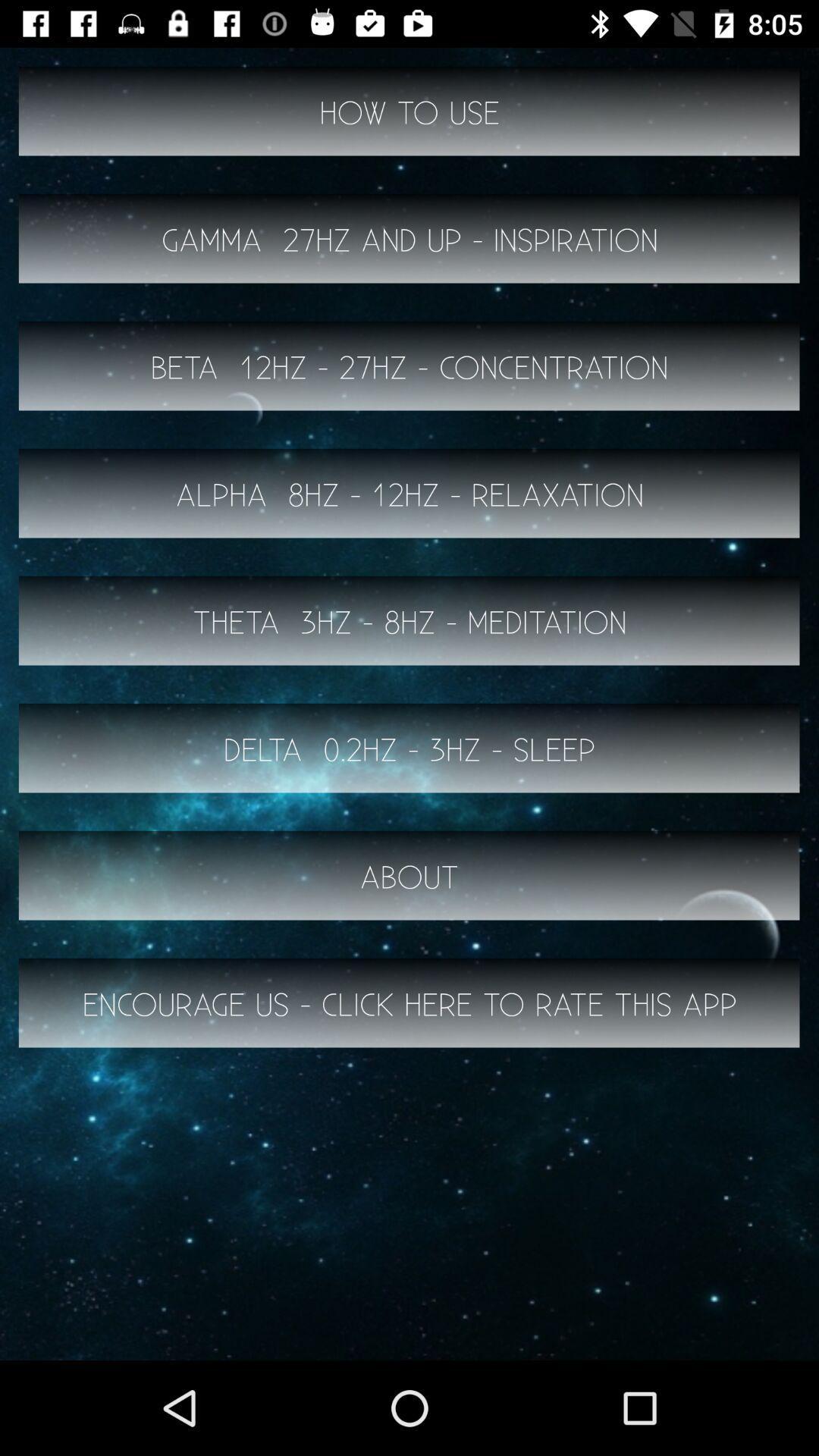 The height and width of the screenshot is (1456, 819). What do you see at coordinates (409, 494) in the screenshot?
I see `button below beta 12hz 27hz item` at bounding box center [409, 494].